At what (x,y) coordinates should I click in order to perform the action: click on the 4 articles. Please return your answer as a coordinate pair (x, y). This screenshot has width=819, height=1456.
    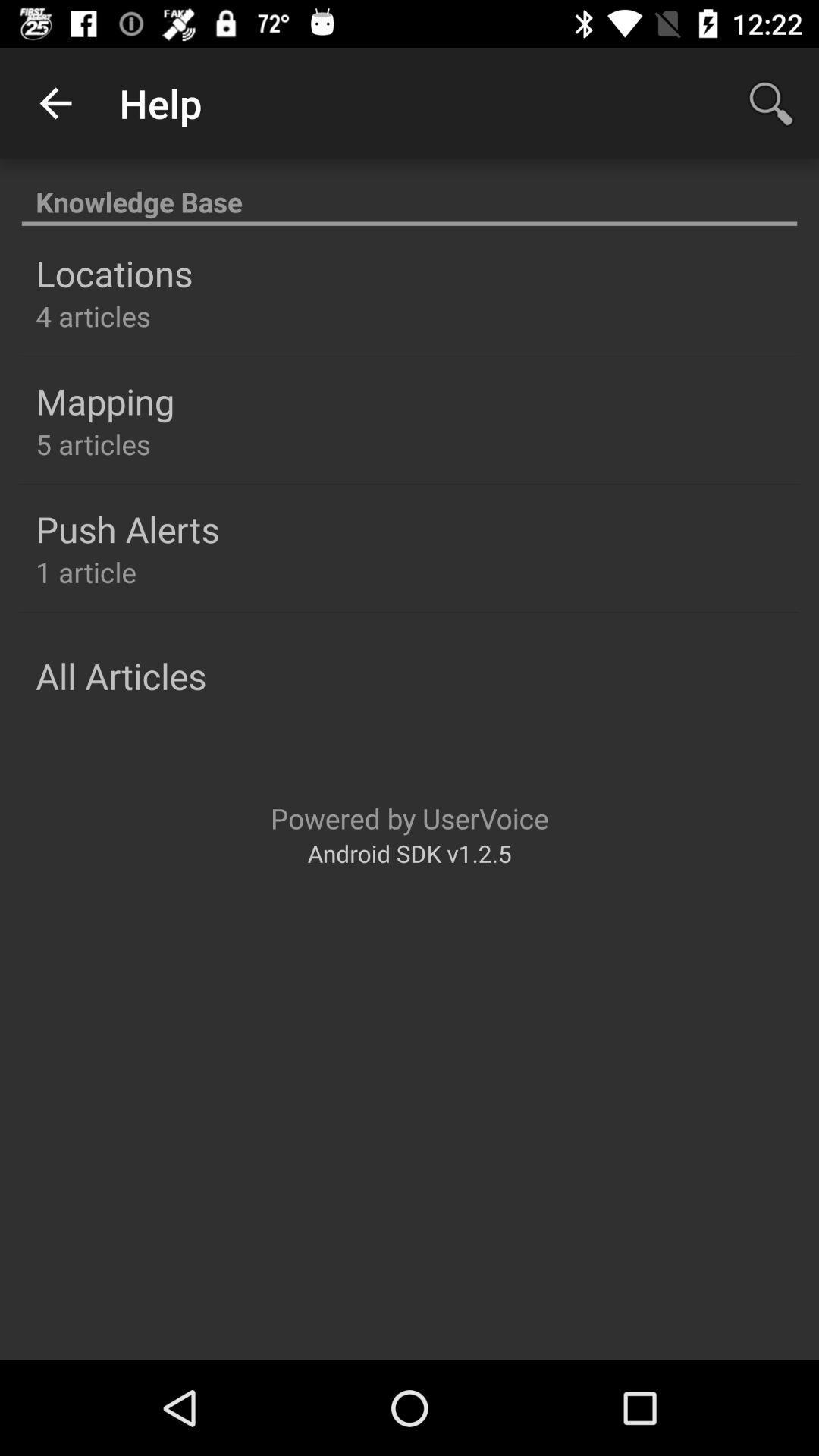
    Looking at the image, I should click on (93, 315).